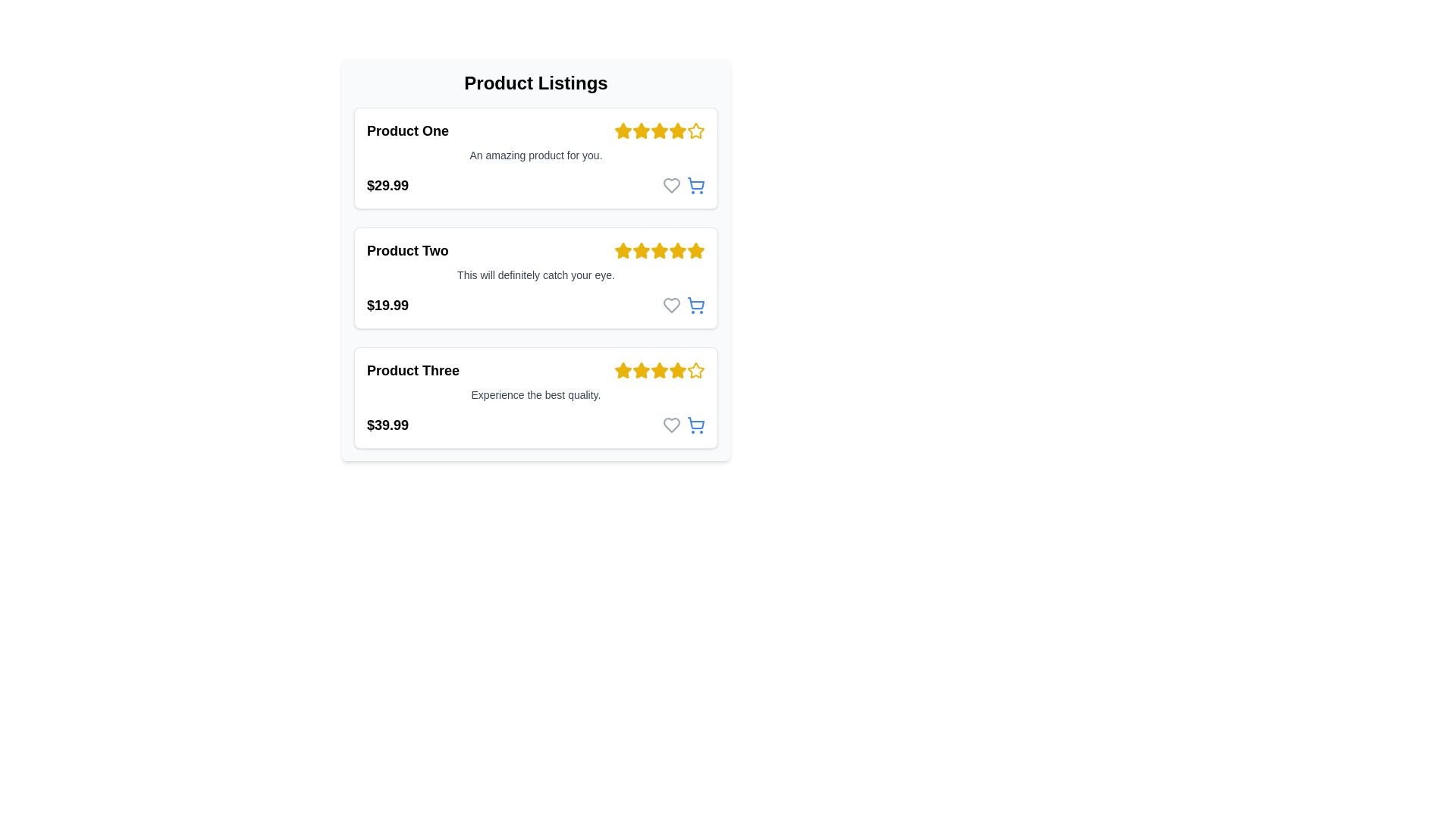  I want to click on the fifth star icon in the rating system for 'Product Two', so click(695, 249).